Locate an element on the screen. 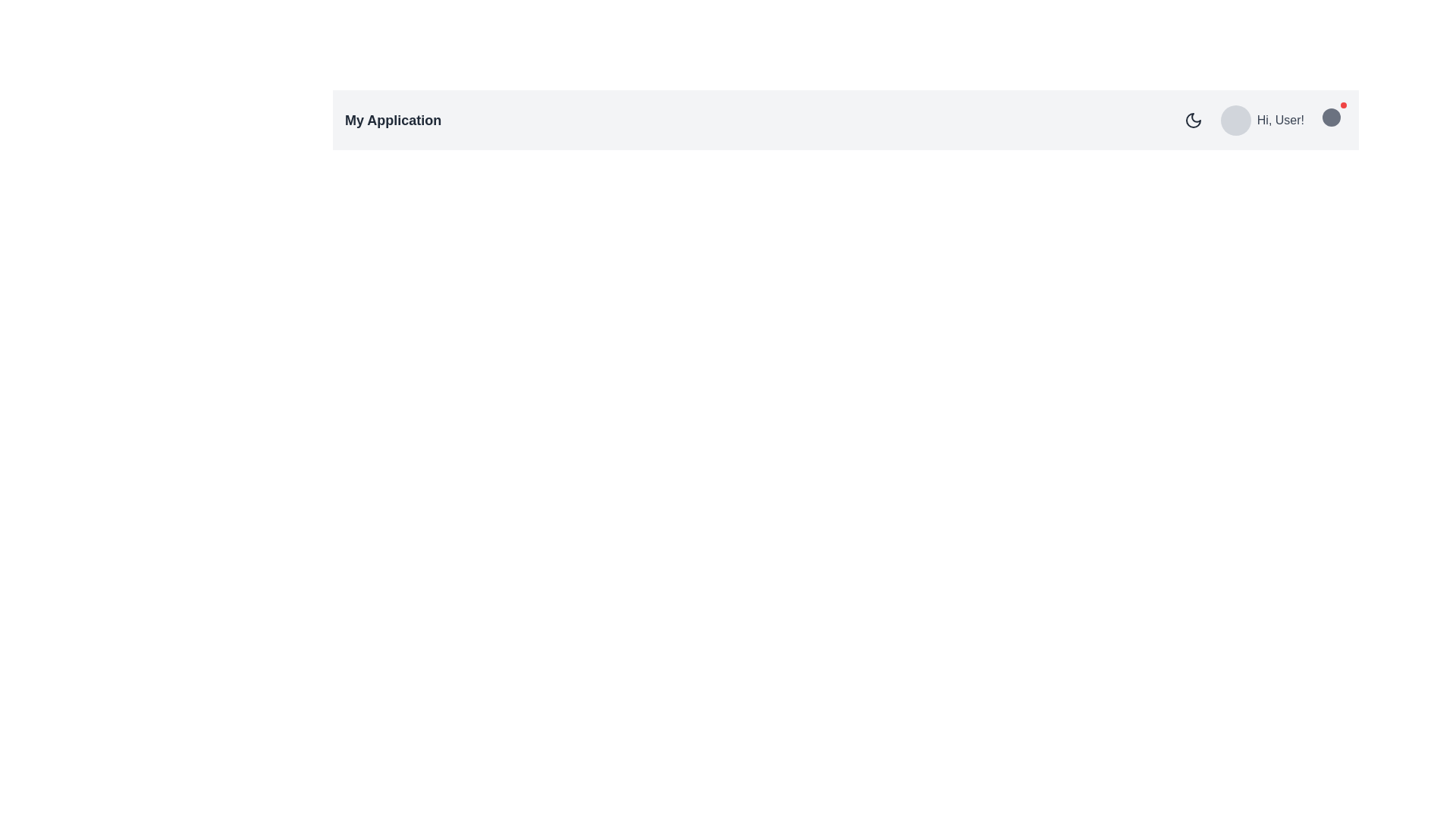  the small, circular gray icon located in the top-right corner of the header bar, adjacent to the user avatar and greeting text is located at coordinates (1331, 116).